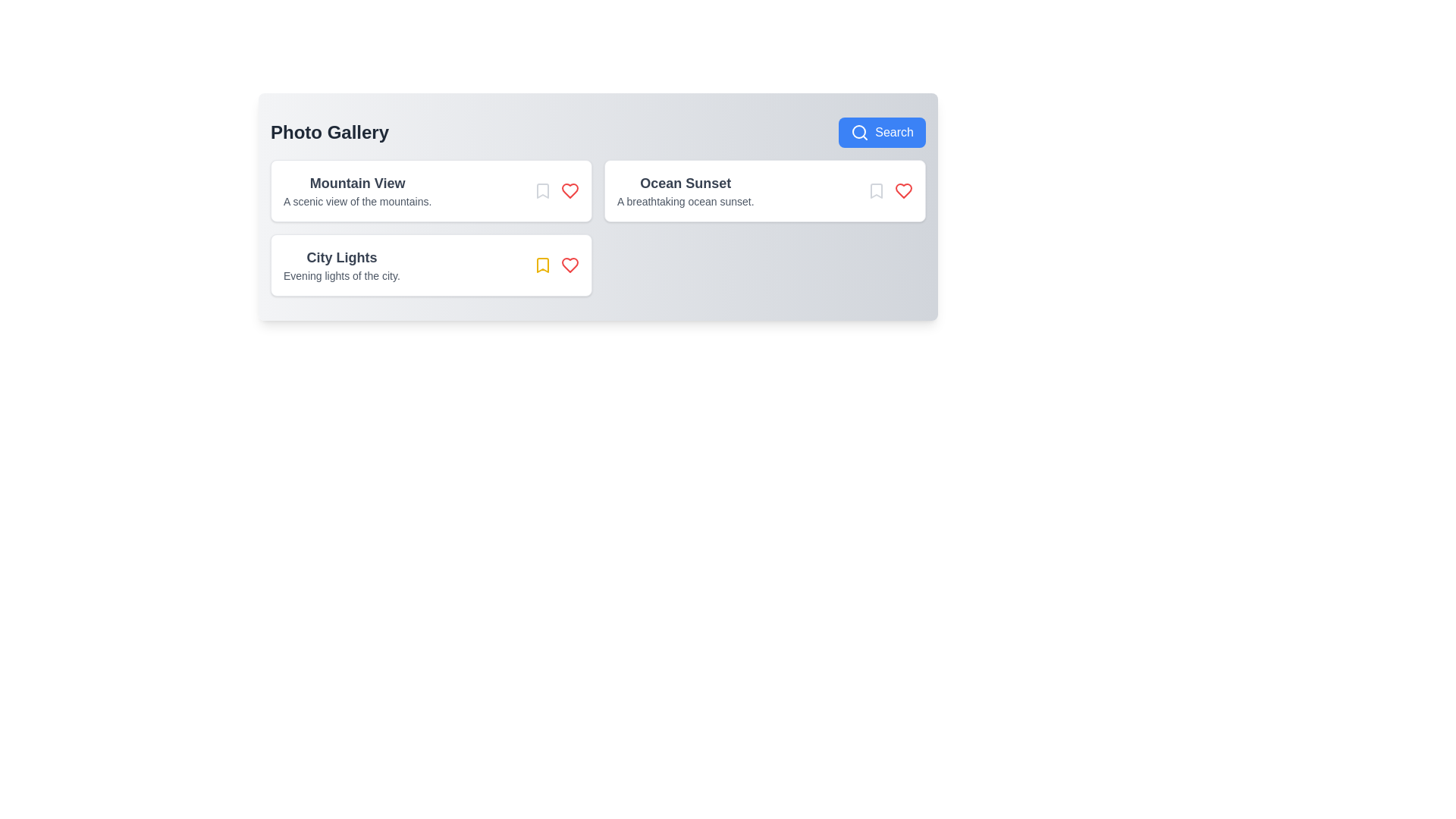 The width and height of the screenshot is (1456, 819). What do you see at coordinates (903, 190) in the screenshot?
I see `heart icon for the photo titled Ocean Sunset to indicate preference` at bounding box center [903, 190].